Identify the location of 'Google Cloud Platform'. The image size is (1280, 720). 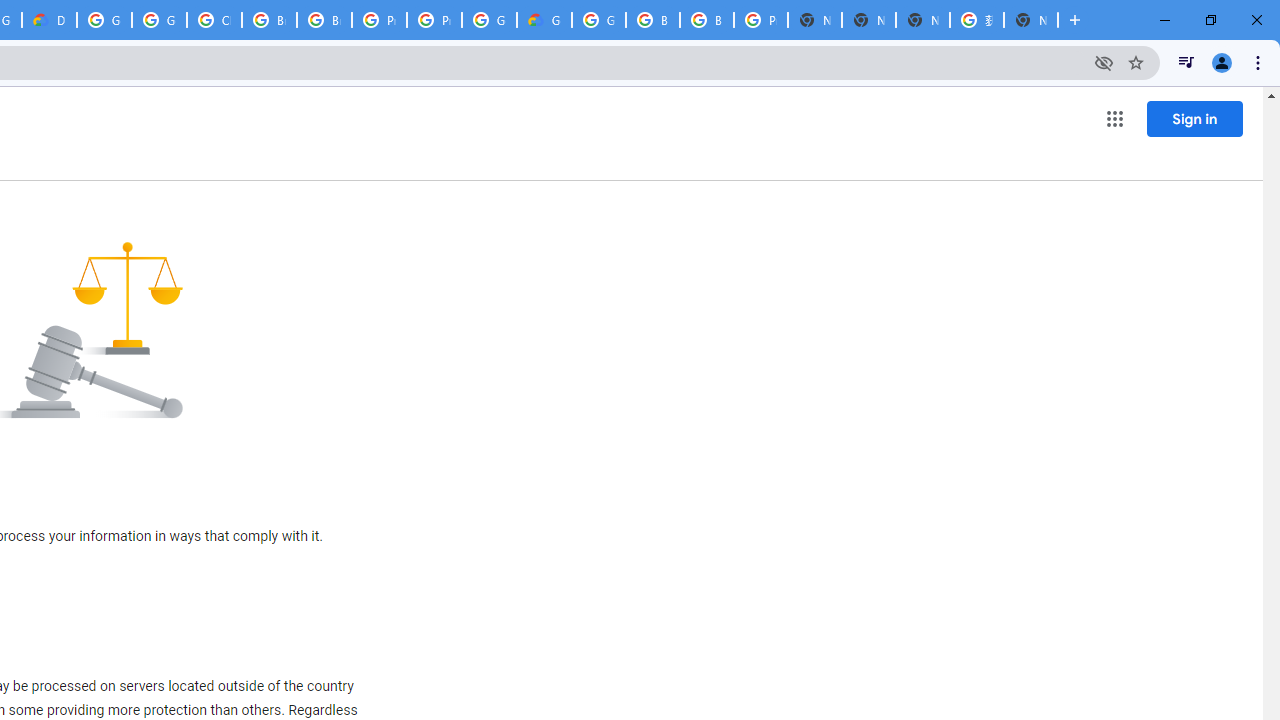
(489, 20).